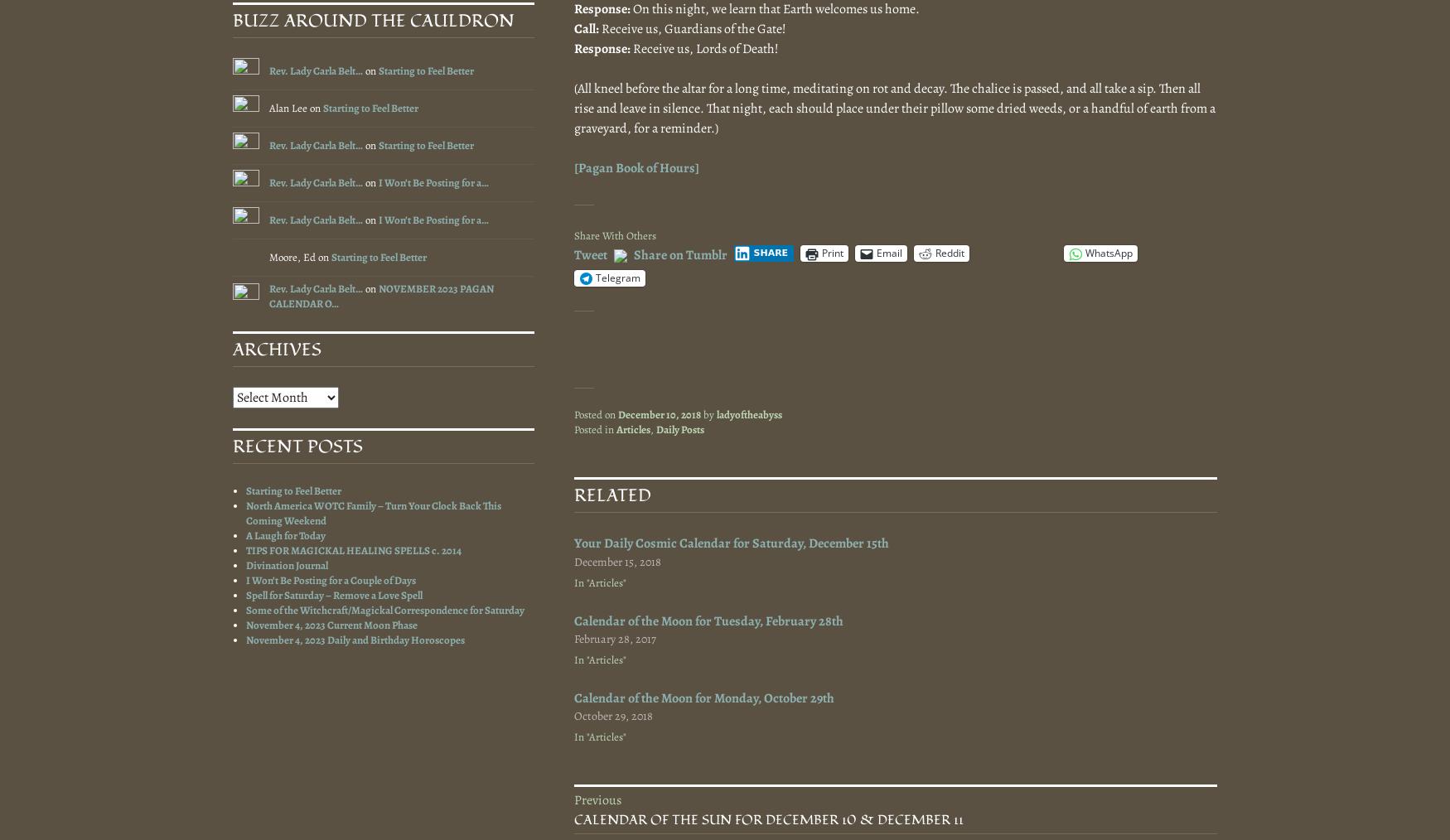 Image resolution: width=1450 pixels, height=840 pixels. What do you see at coordinates (748, 413) in the screenshot?
I see `'ladyoftheabyss'` at bounding box center [748, 413].